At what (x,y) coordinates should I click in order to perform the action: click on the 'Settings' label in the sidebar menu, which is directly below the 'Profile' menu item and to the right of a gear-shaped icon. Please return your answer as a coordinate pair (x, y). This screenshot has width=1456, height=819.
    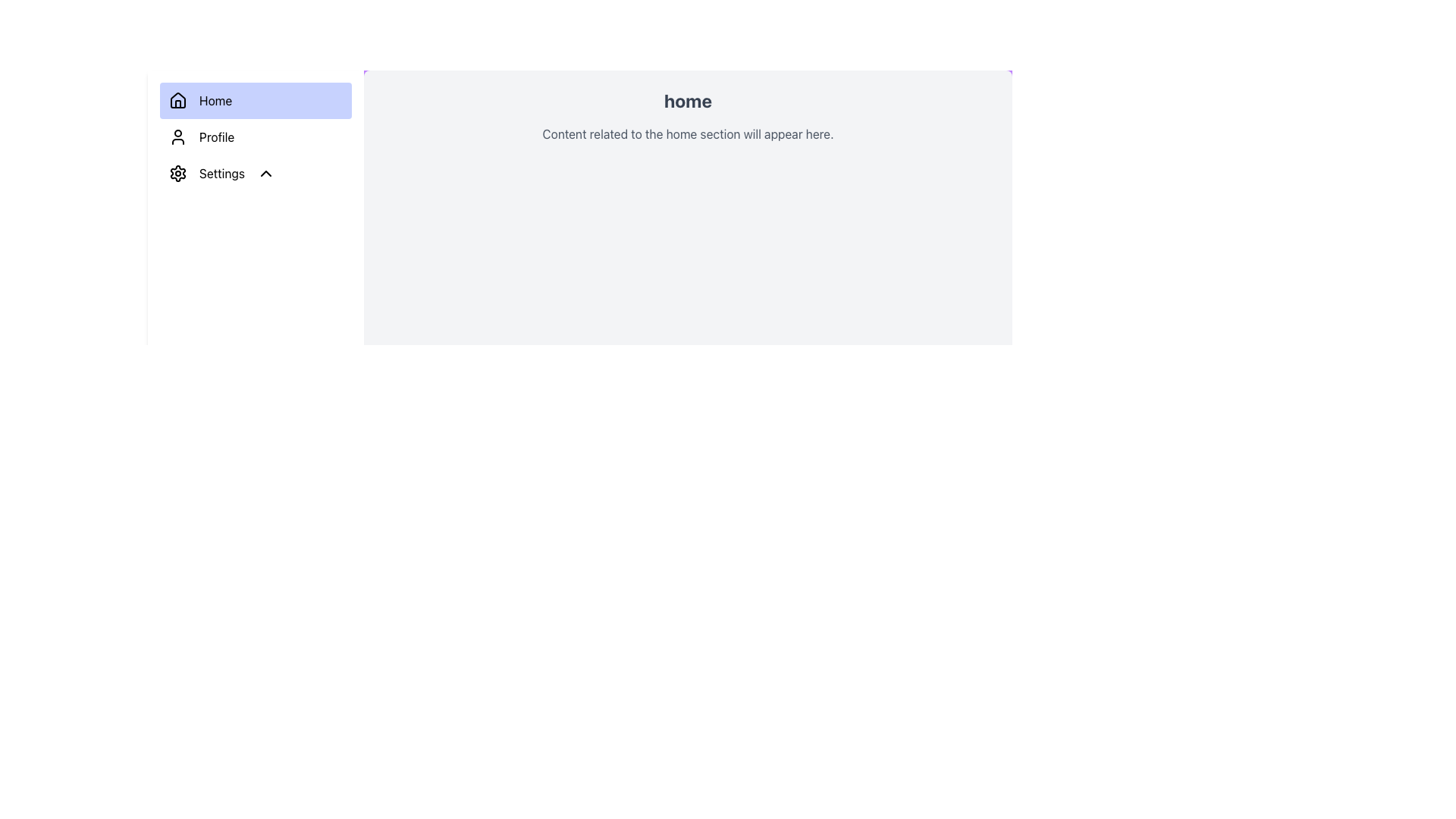
    Looking at the image, I should click on (221, 172).